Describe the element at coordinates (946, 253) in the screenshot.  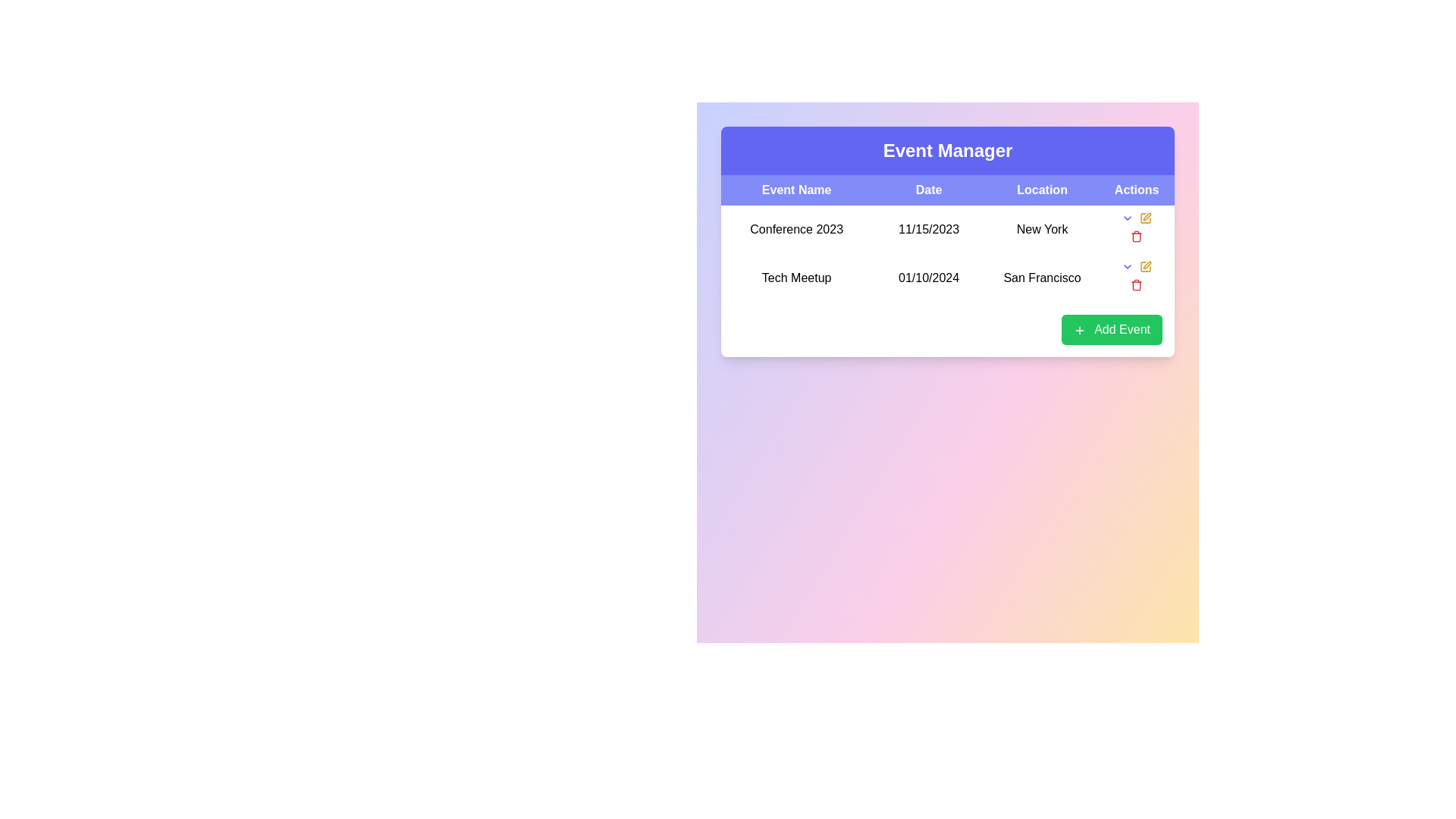
I see `the first table row displaying event details, which is located directly below the table headers` at that location.